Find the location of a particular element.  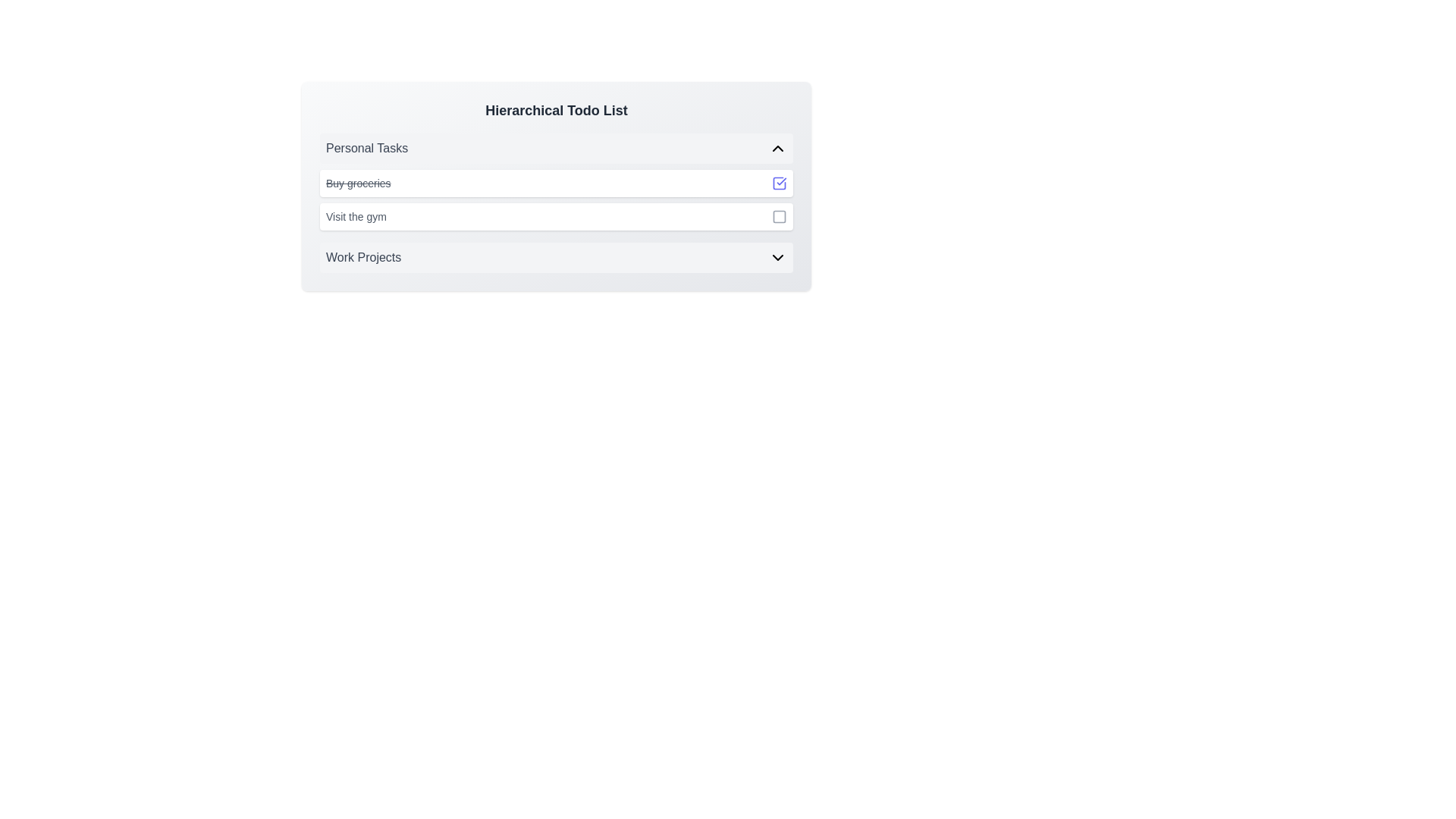

the checkbox indicating the completion status of the task 'Buy groceries' is located at coordinates (779, 183).